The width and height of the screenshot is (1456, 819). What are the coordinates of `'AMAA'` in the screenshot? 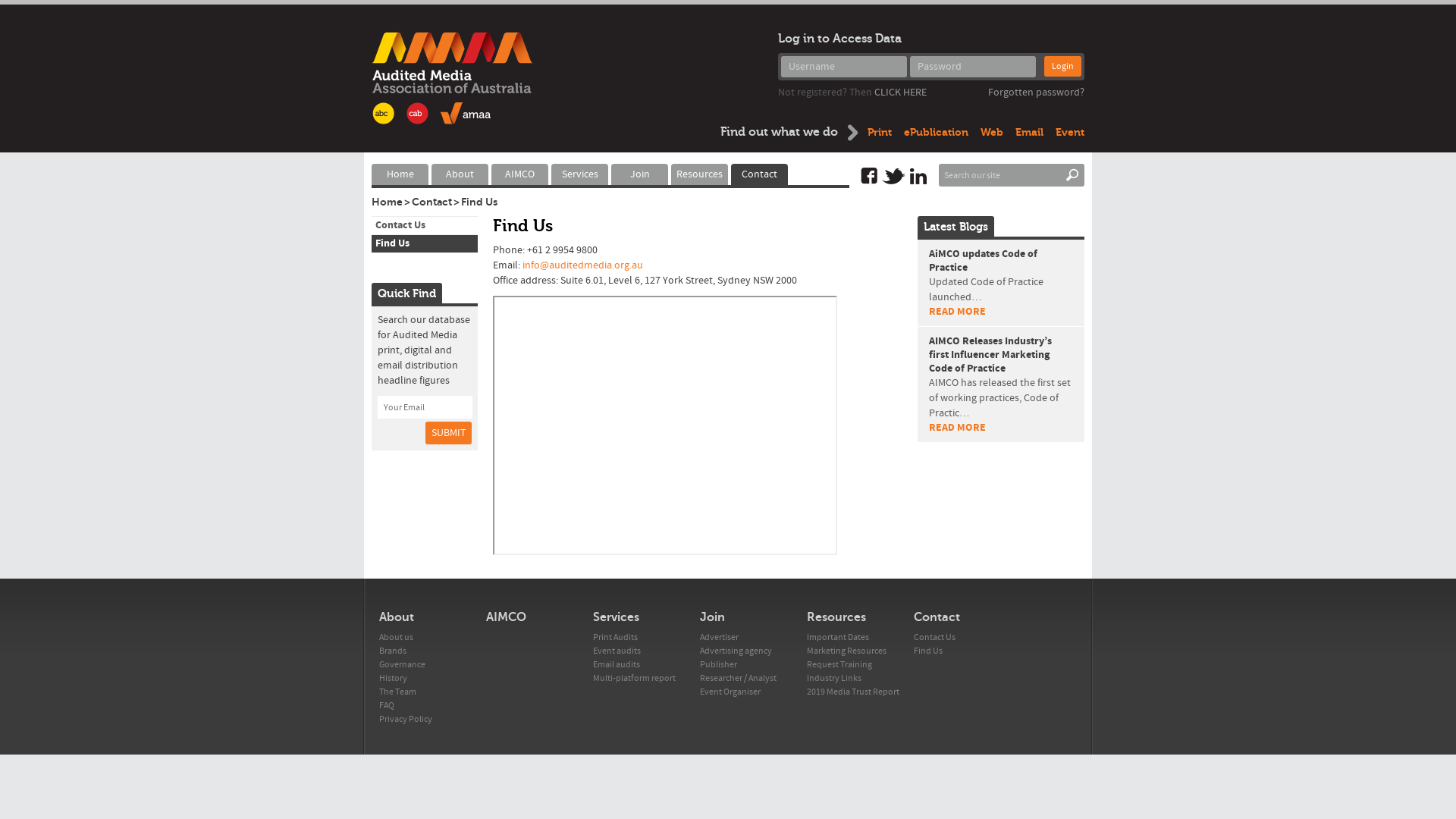 It's located at (451, 78).